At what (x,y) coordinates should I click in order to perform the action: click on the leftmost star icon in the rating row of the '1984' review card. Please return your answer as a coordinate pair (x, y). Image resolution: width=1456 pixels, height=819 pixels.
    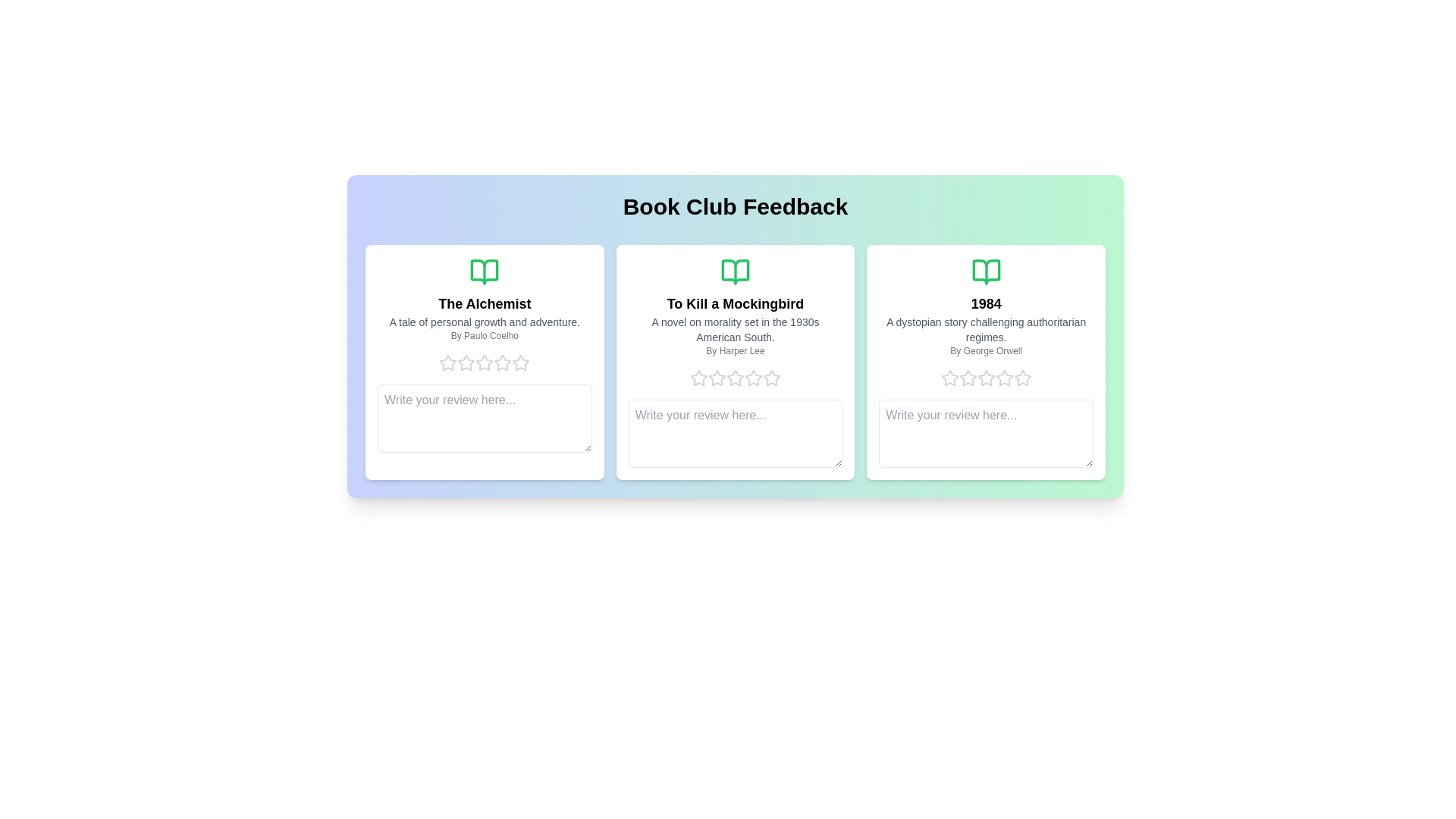
    Looking at the image, I should click on (949, 377).